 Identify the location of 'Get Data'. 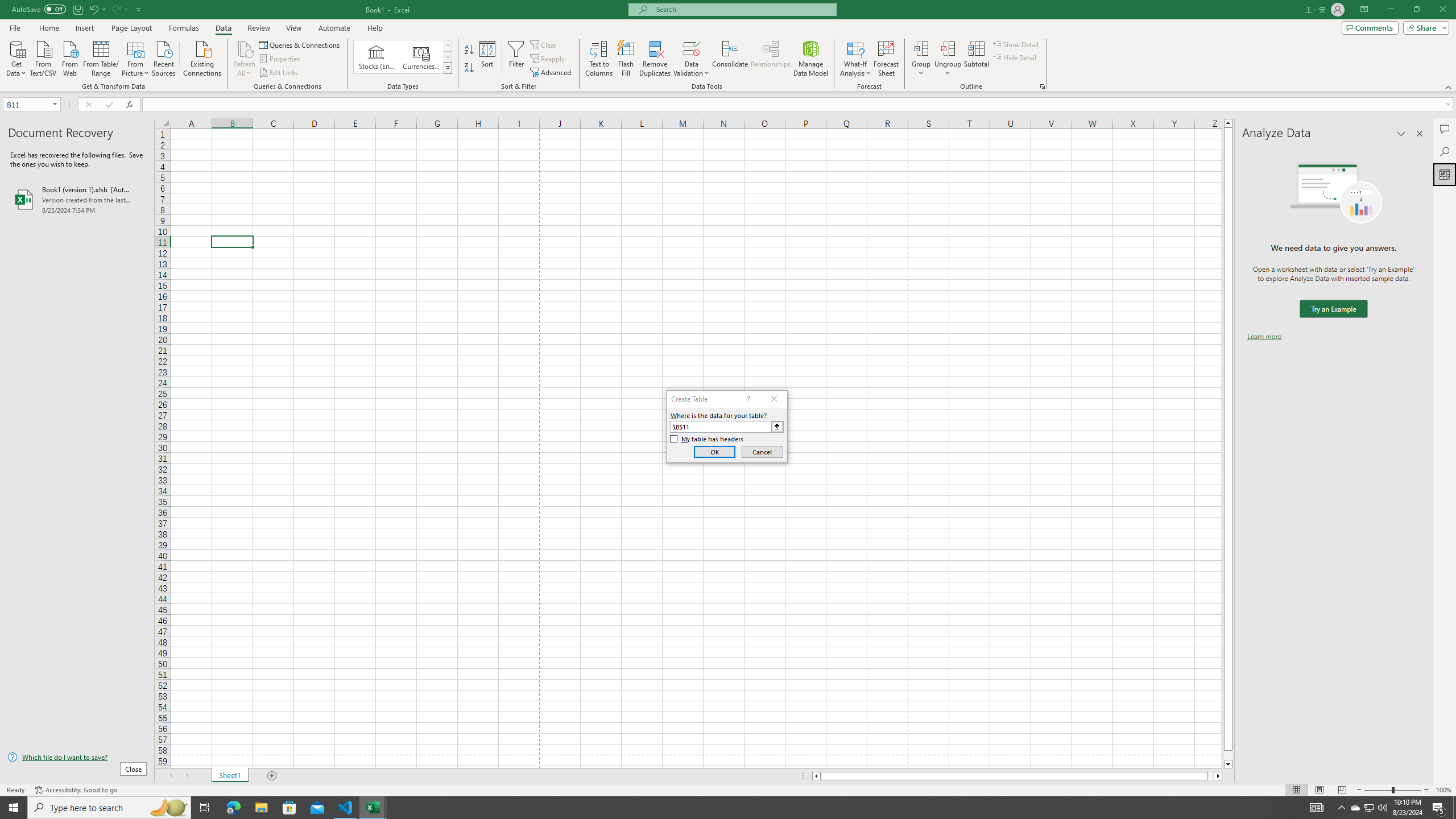
(16, 57).